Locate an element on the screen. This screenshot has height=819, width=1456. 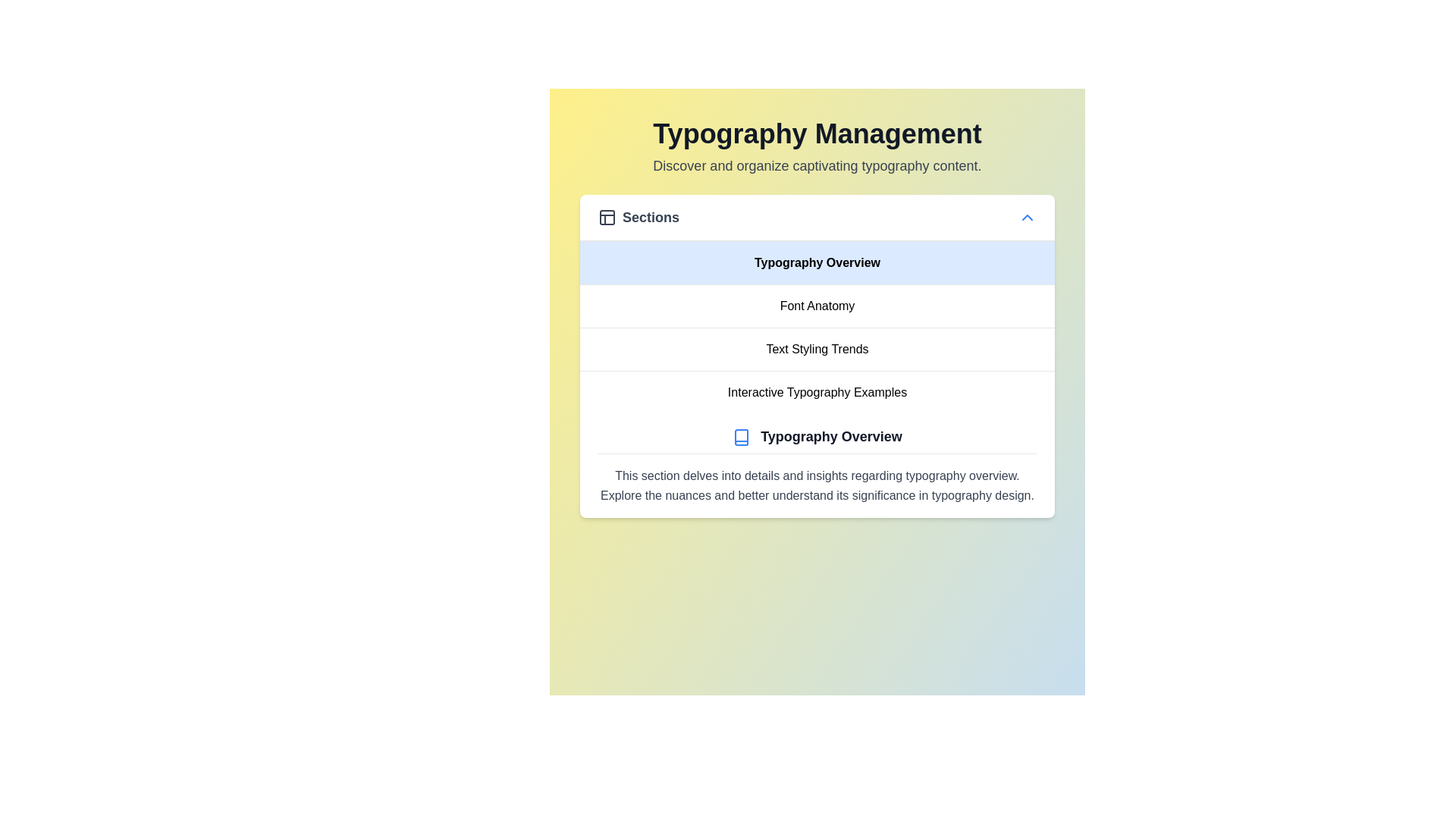
the chevron icon located at the upper-right corner of the 'Sections' section header is located at coordinates (1027, 217).